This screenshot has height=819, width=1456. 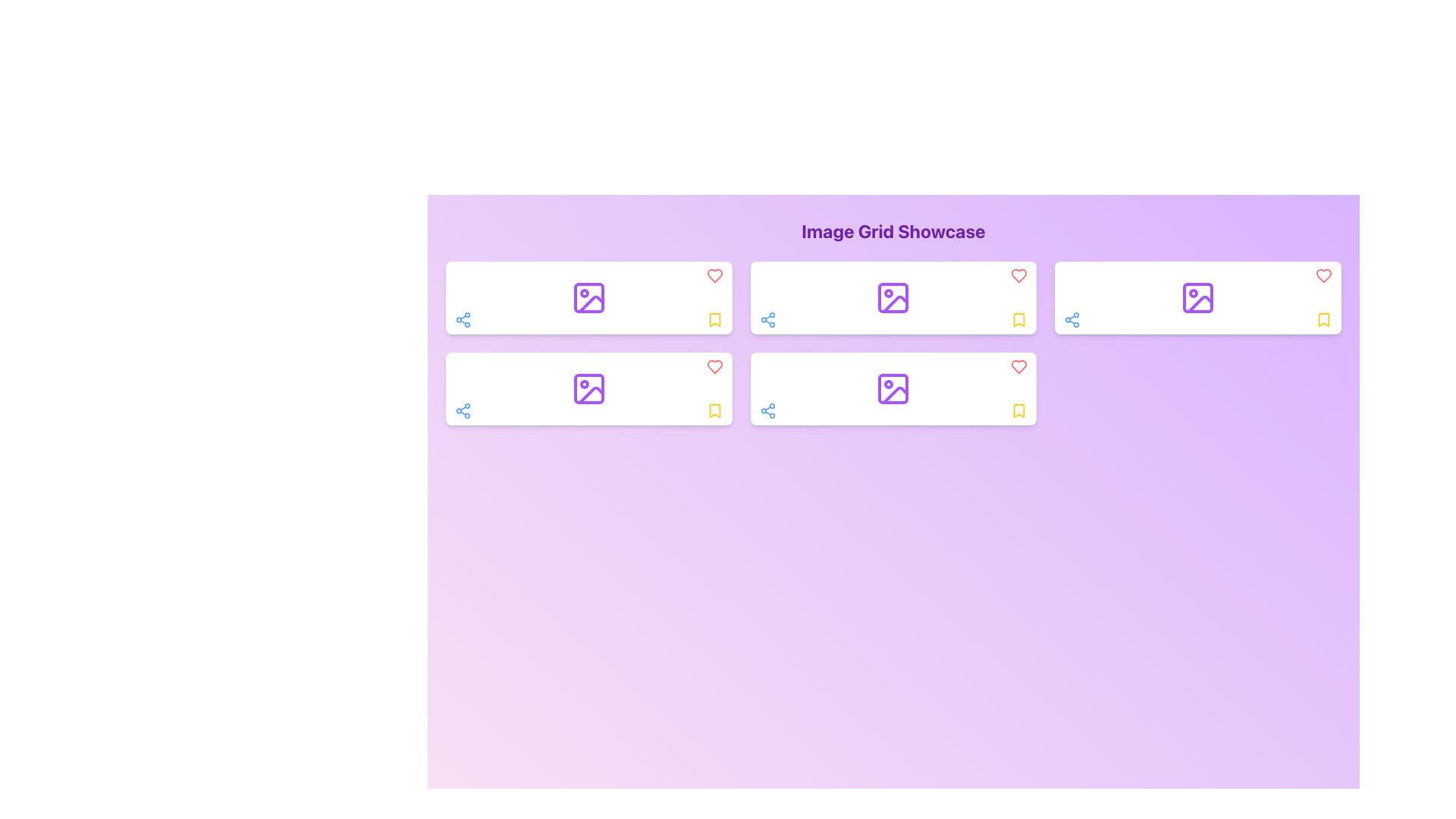 I want to click on the red heart icon button located, so click(x=714, y=275).